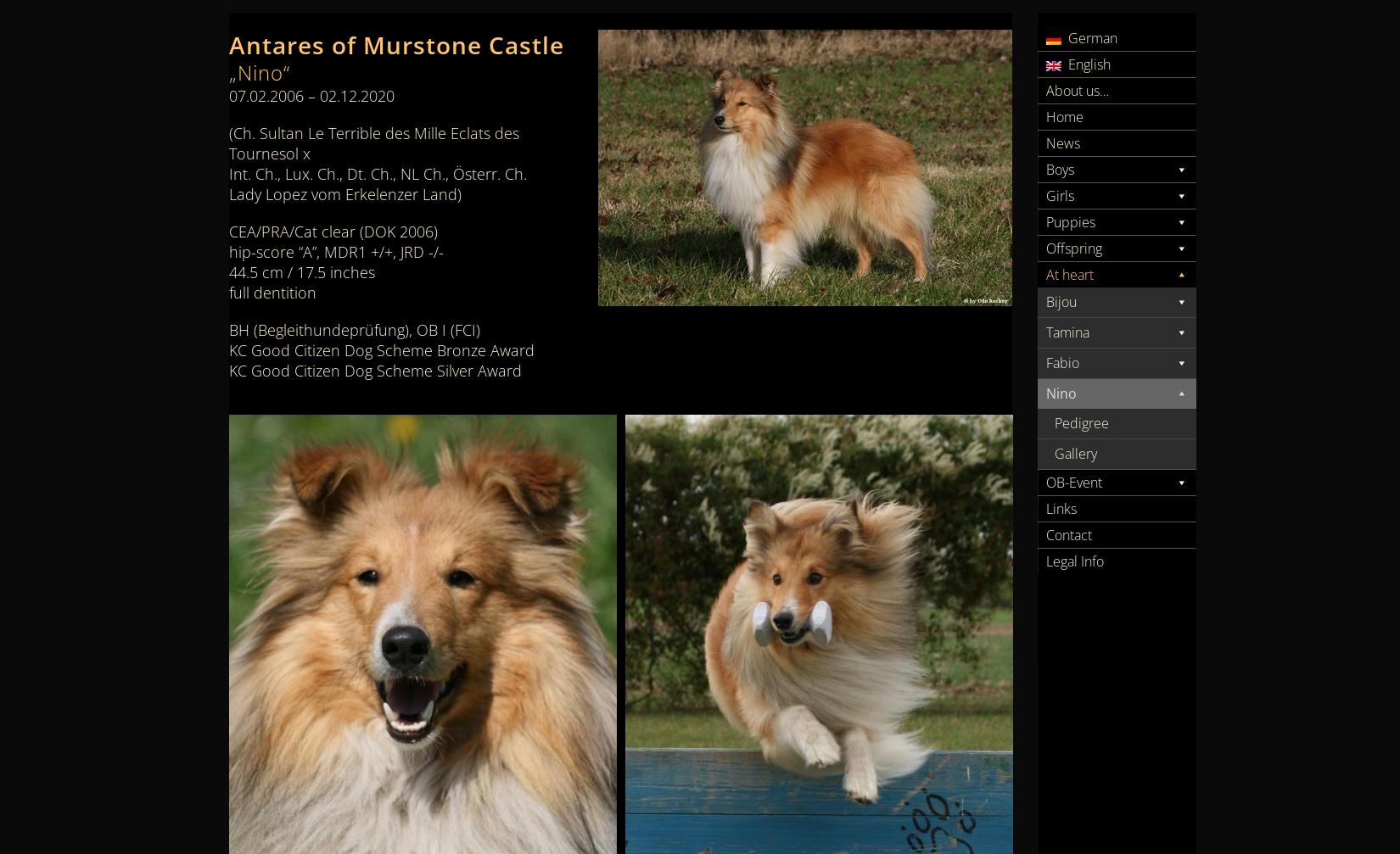  What do you see at coordinates (1075, 453) in the screenshot?
I see `'Gallery'` at bounding box center [1075, 453].